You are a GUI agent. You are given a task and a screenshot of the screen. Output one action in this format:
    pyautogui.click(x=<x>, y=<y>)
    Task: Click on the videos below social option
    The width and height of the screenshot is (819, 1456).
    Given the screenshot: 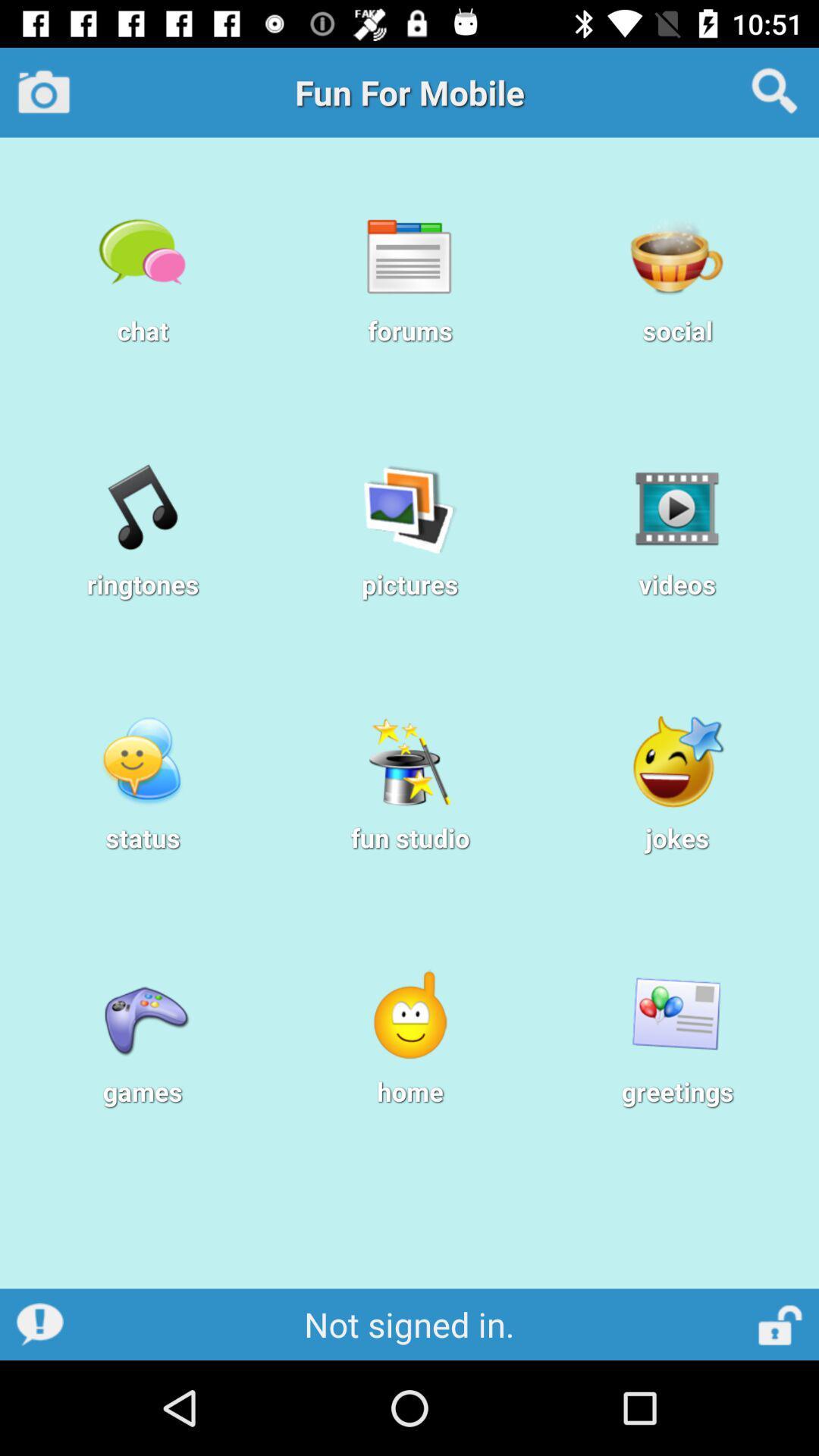 What is the action you would take?
    pyautogui.click(x=676, y=536)
    